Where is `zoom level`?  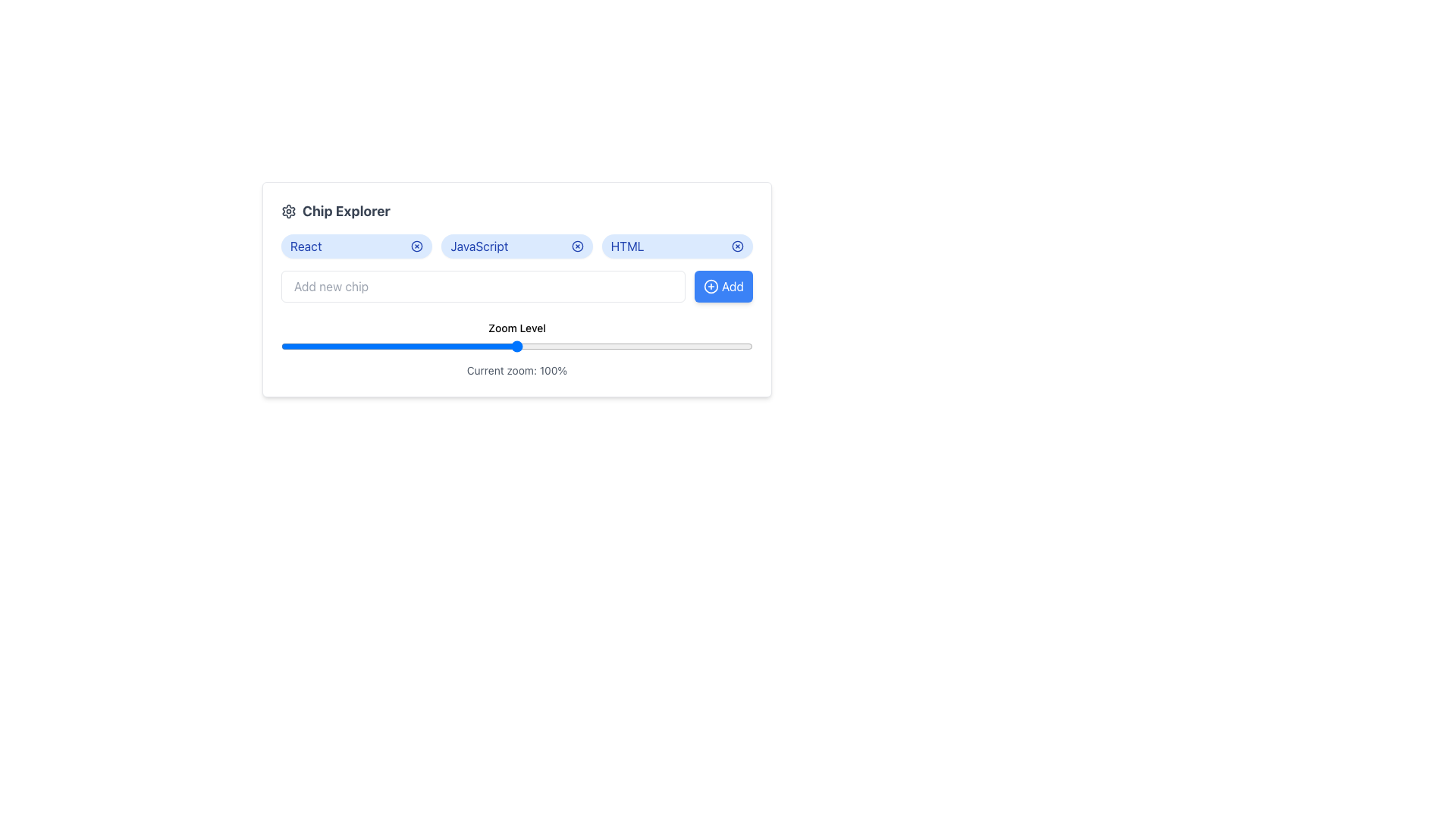
zoom level is located at coordinates (512, 346).